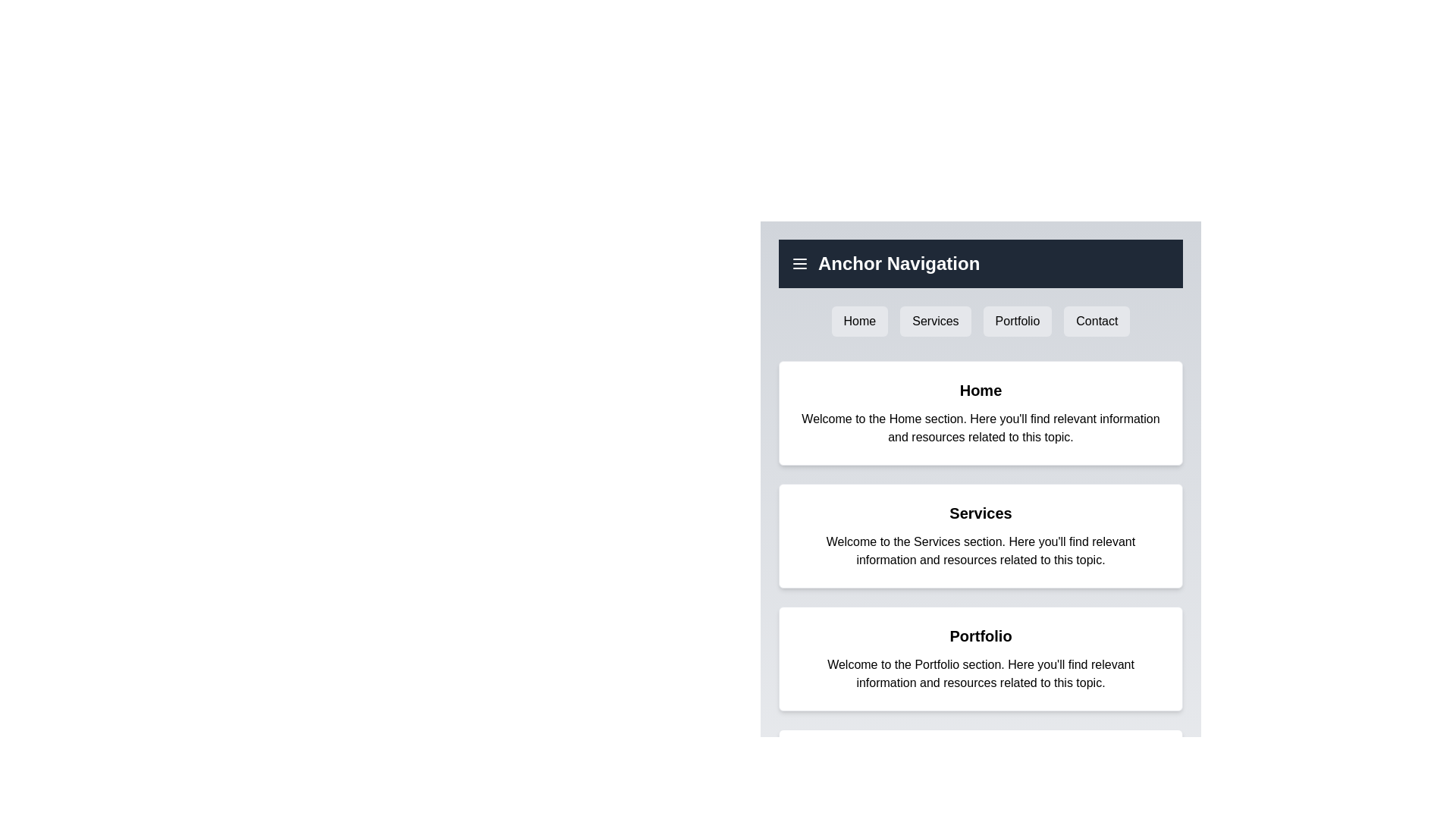 The image size is (1456, 819). Describe the element at coordinates (1097, 321) in the screenshot. I see `the 'Contact' button, which is the last button in the horizontal navigation menu bar with a gray background and rounded corners` at that location.